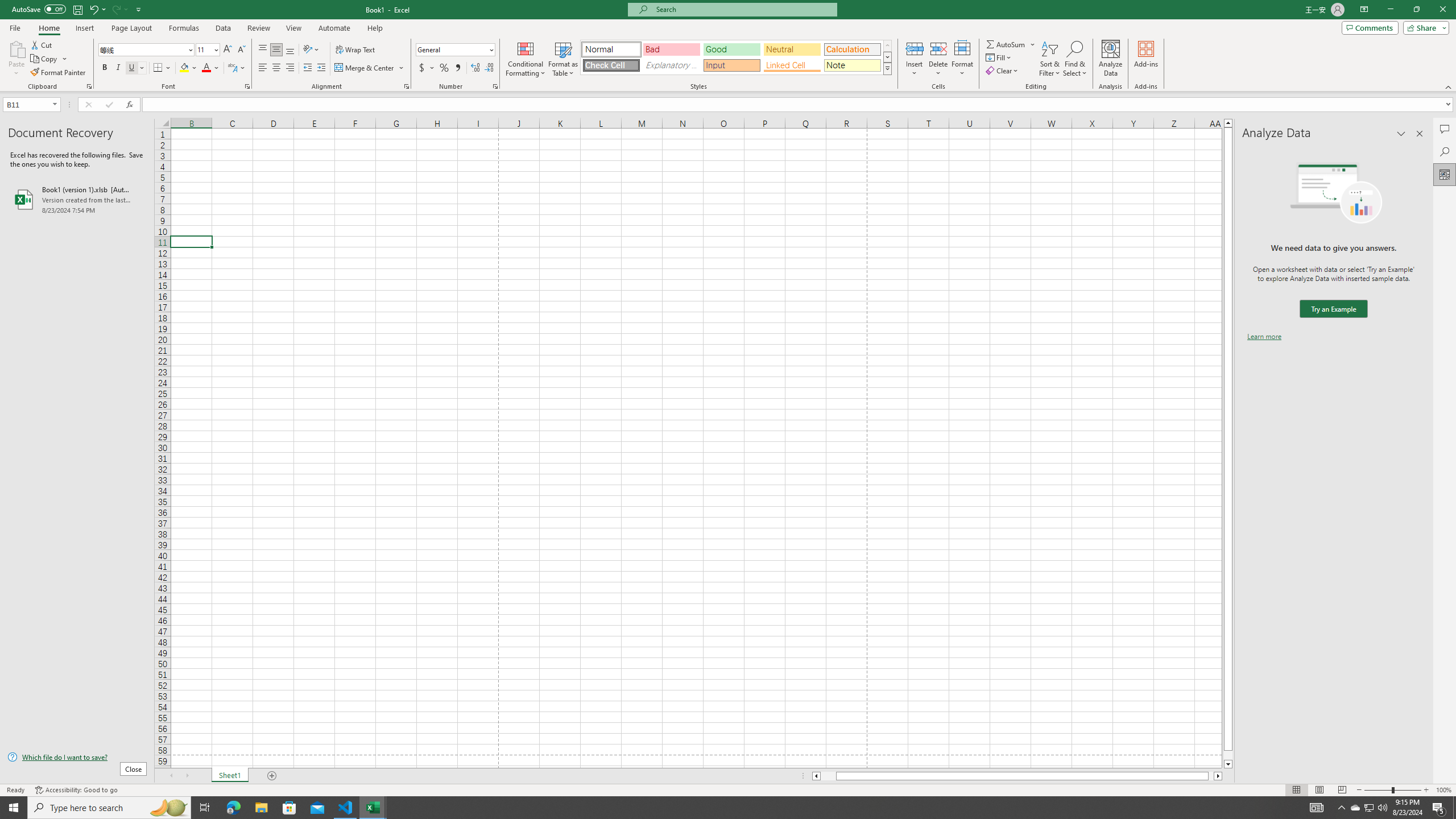 The height and width of the screenshot is (819, 1456). I want to click on 'Font Color', so click(210, 67).